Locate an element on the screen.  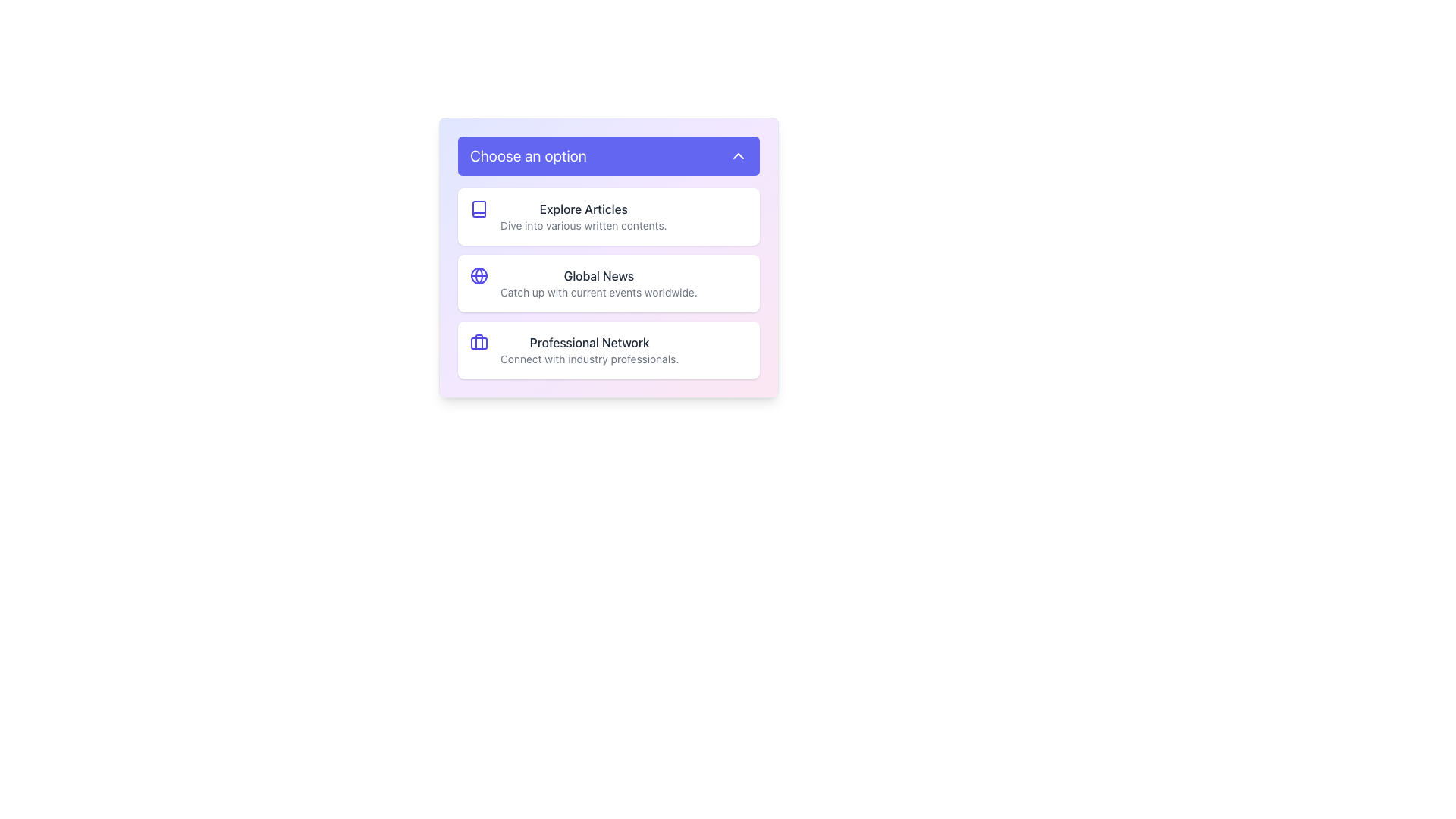
the 'Global News' text label, which is styled in medium-sized bold black font and is located within the second option of a vertical list, positioned between 'Explore Articles' and 'Catch up with current events worldwide.' is located at coordinates (598, 275).